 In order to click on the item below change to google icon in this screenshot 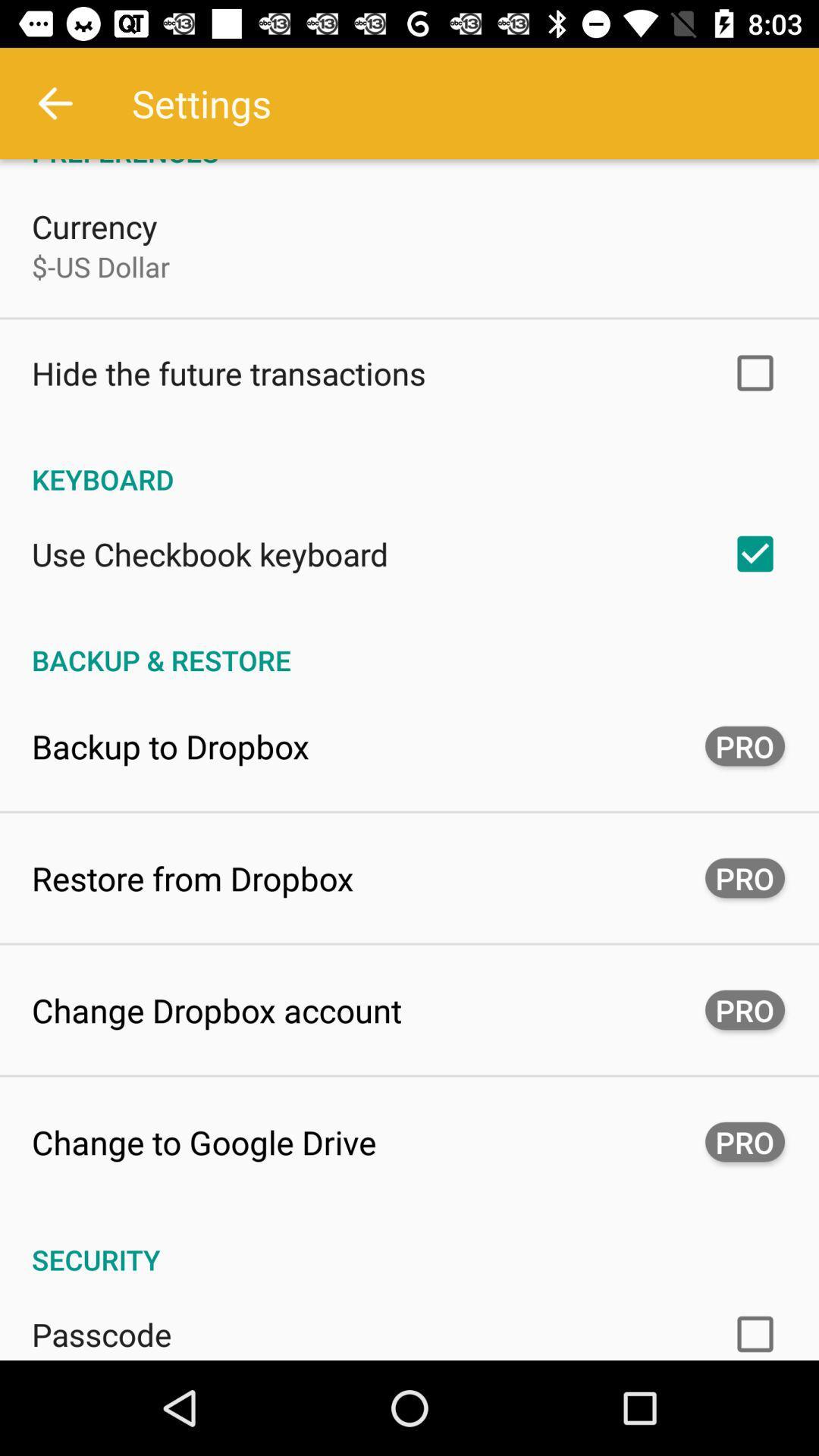, I will do `click(409, 1244)`.